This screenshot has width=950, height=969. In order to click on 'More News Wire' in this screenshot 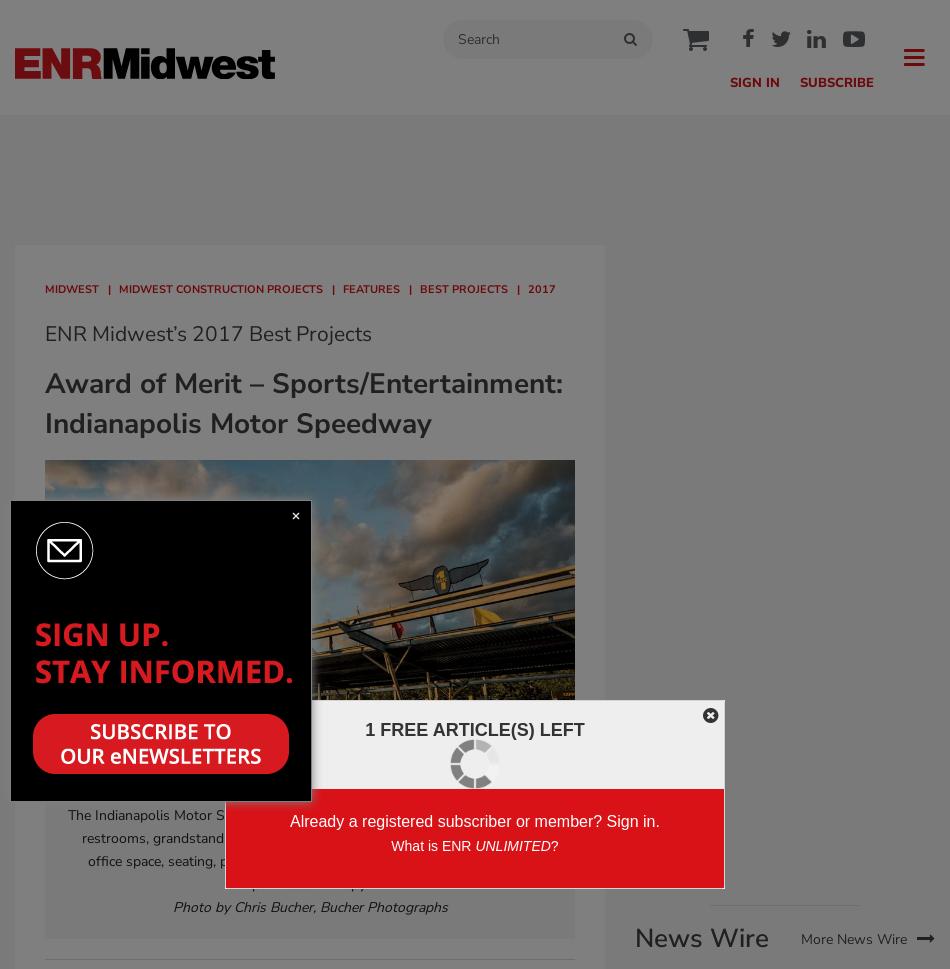, I will do `click(800, 937)`.